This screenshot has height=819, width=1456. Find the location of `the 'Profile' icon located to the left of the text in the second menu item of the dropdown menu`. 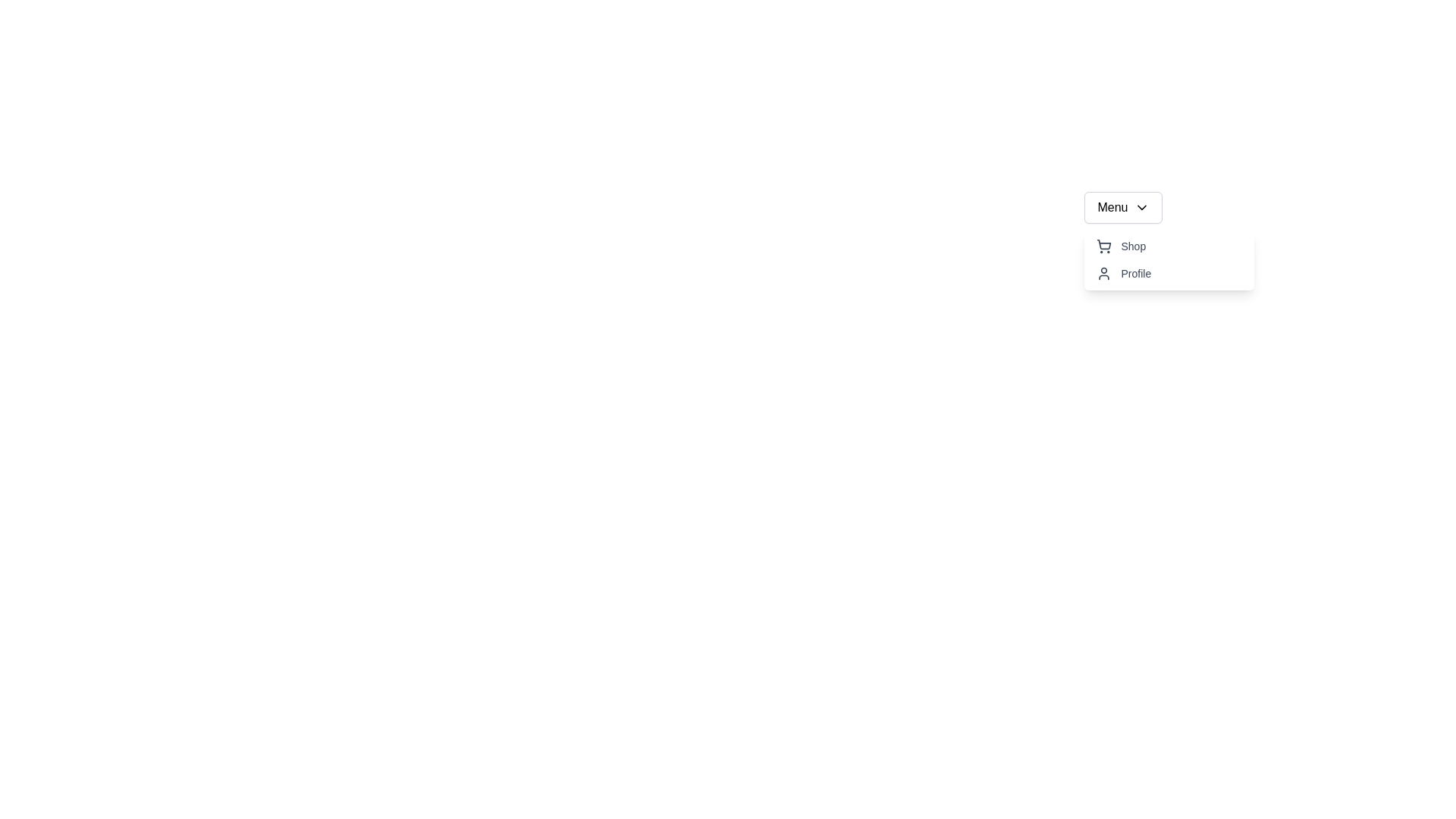

the 'Profile' icon located to the left of the text in the second menu item of the dropdown menu is located at coordinates (1104, 274).